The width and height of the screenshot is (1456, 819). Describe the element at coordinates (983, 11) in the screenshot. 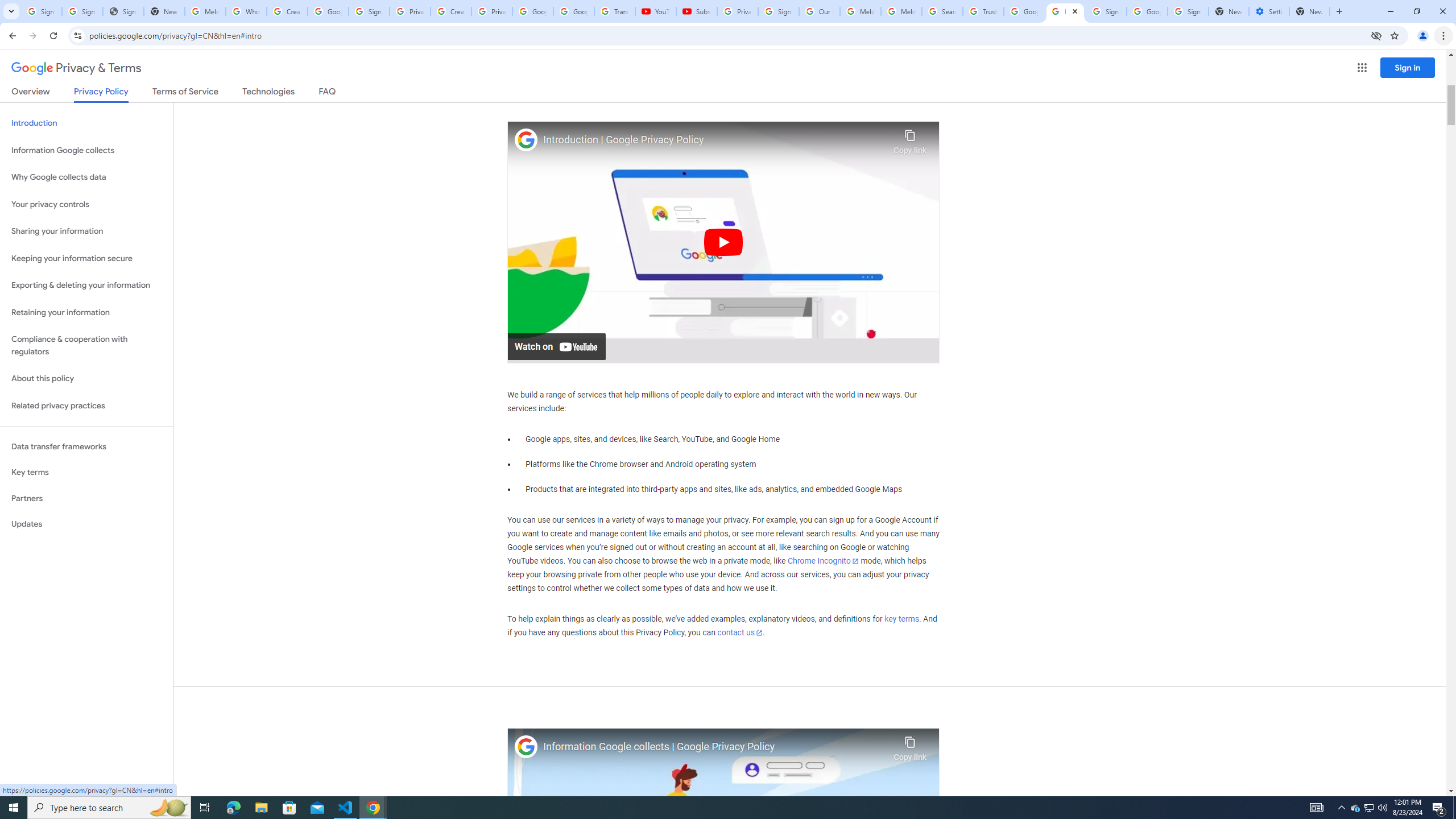

I see `'Trusted Information and Content - Google Safety Center'` at that location.